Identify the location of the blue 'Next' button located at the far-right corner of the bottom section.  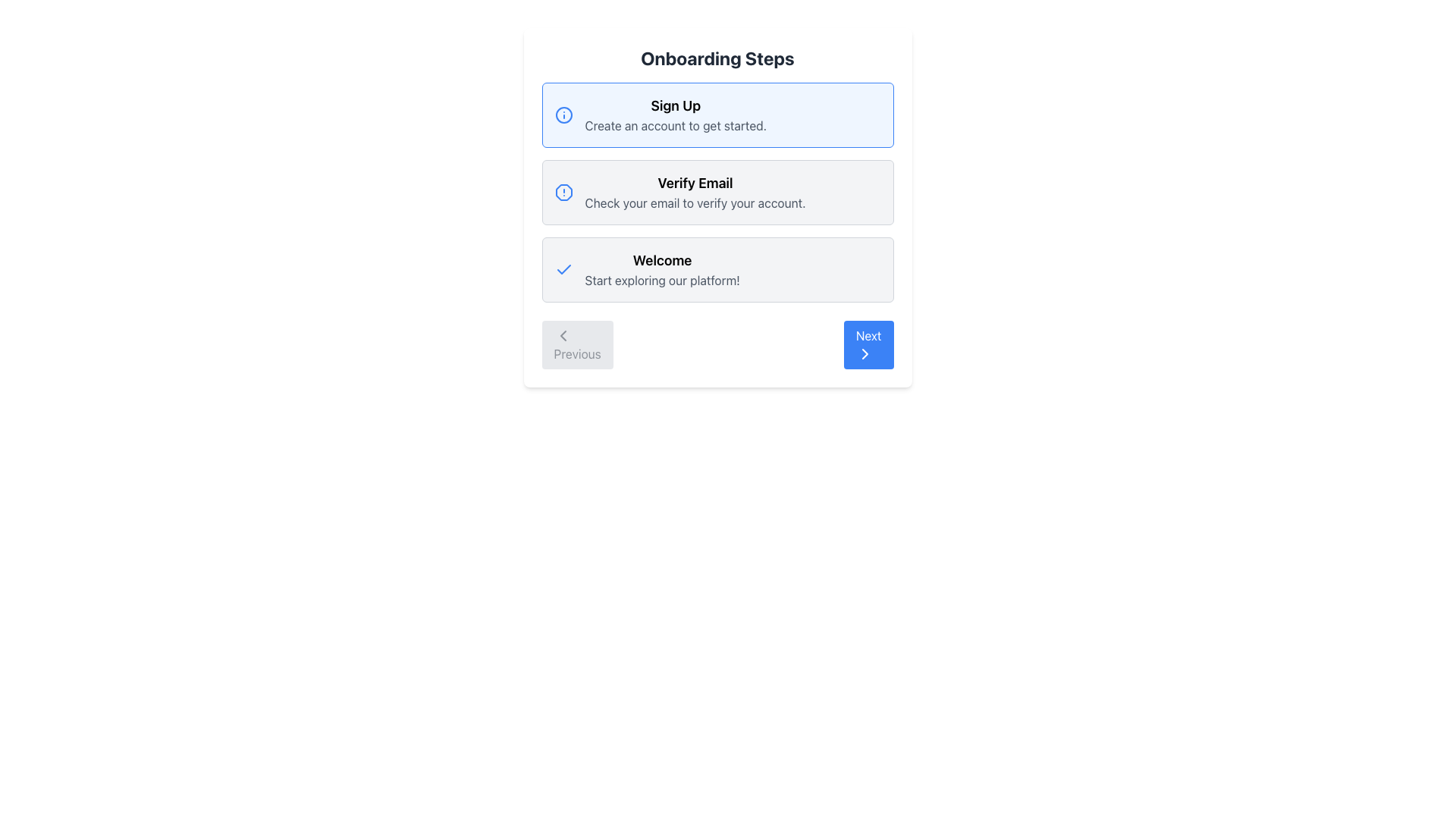
(868, 345).